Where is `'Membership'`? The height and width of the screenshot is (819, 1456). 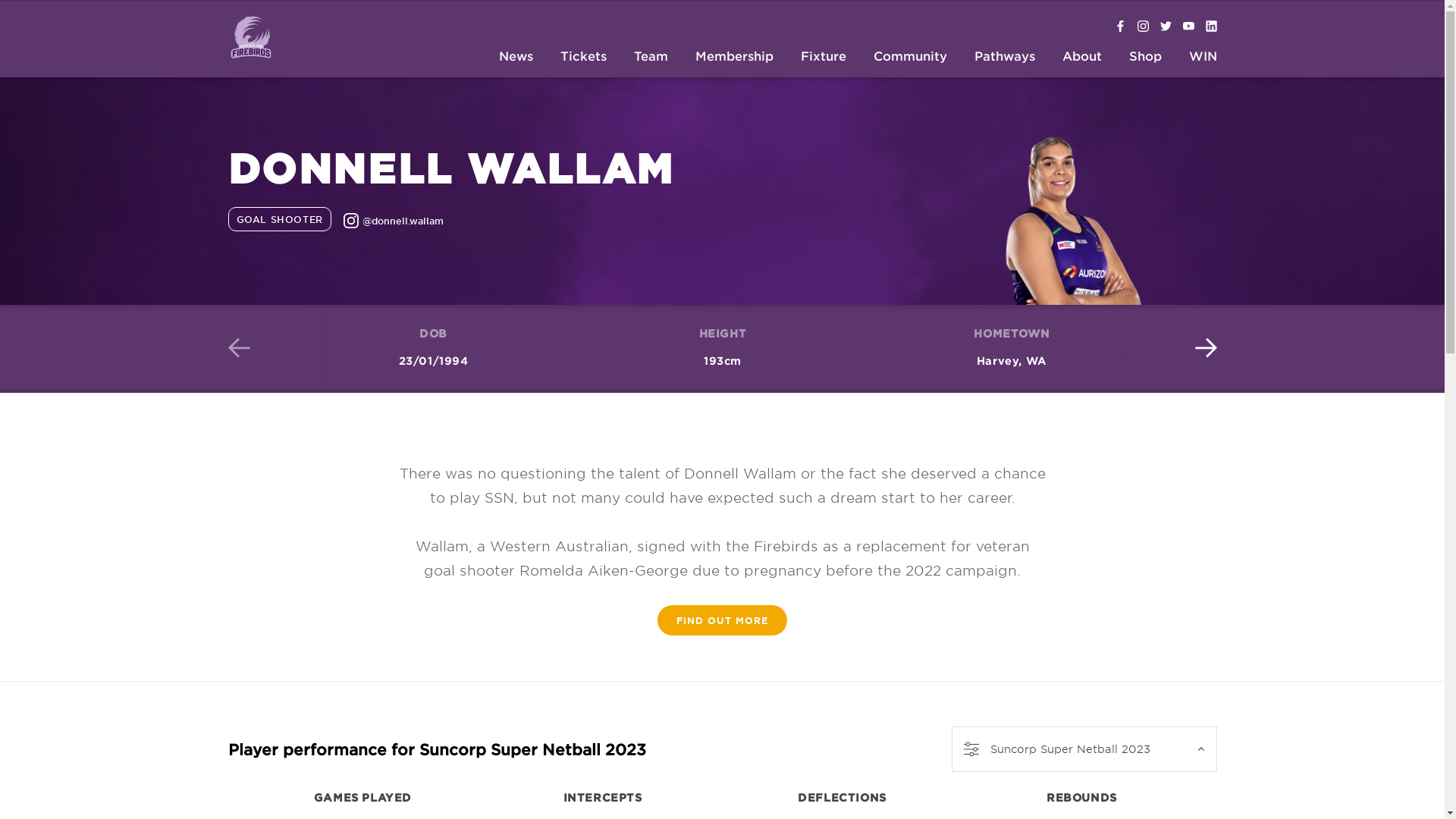
'Membership' is located at coordinates (734, 57).